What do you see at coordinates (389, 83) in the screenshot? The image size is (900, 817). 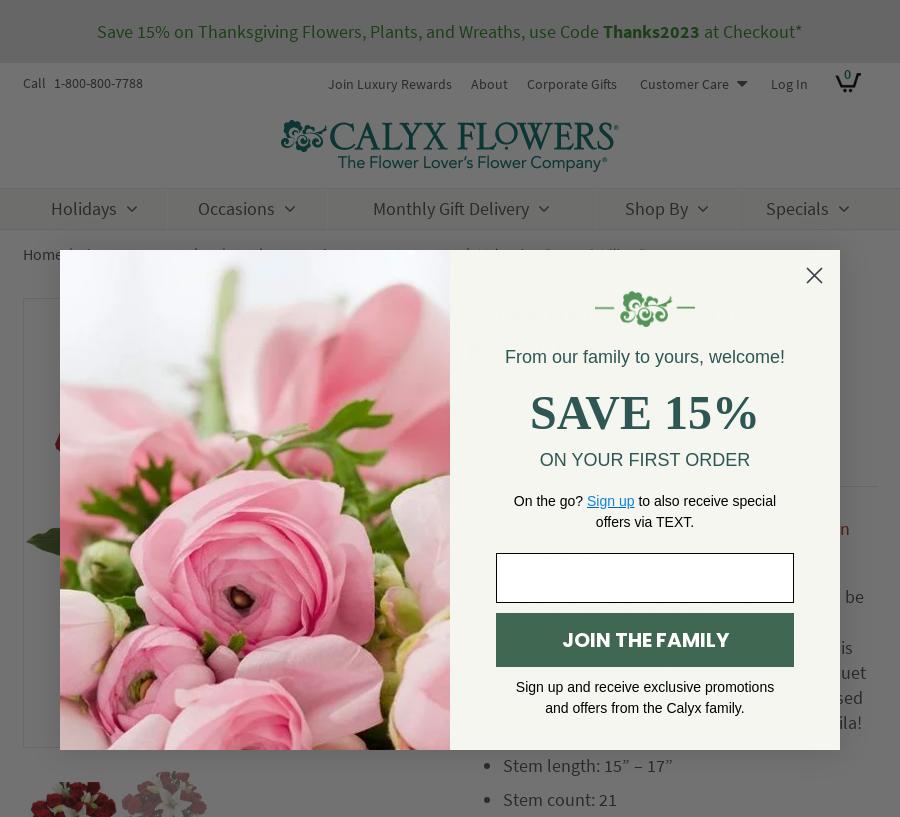 I see `'Join Luxury Rewards'` at bounding box center [389, 83].